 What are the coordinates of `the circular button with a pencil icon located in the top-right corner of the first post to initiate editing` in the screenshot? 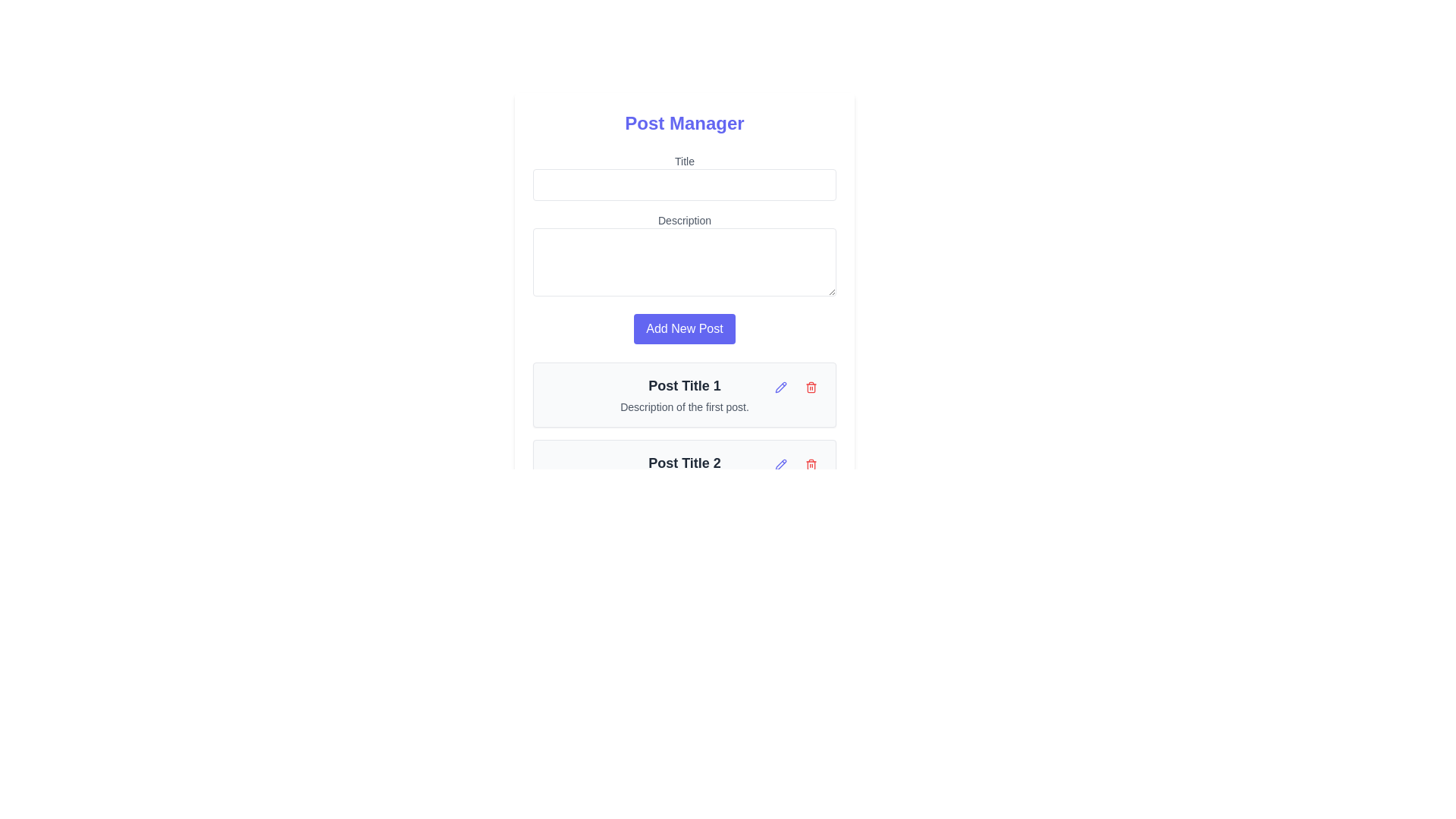 It's located at (781, 386).